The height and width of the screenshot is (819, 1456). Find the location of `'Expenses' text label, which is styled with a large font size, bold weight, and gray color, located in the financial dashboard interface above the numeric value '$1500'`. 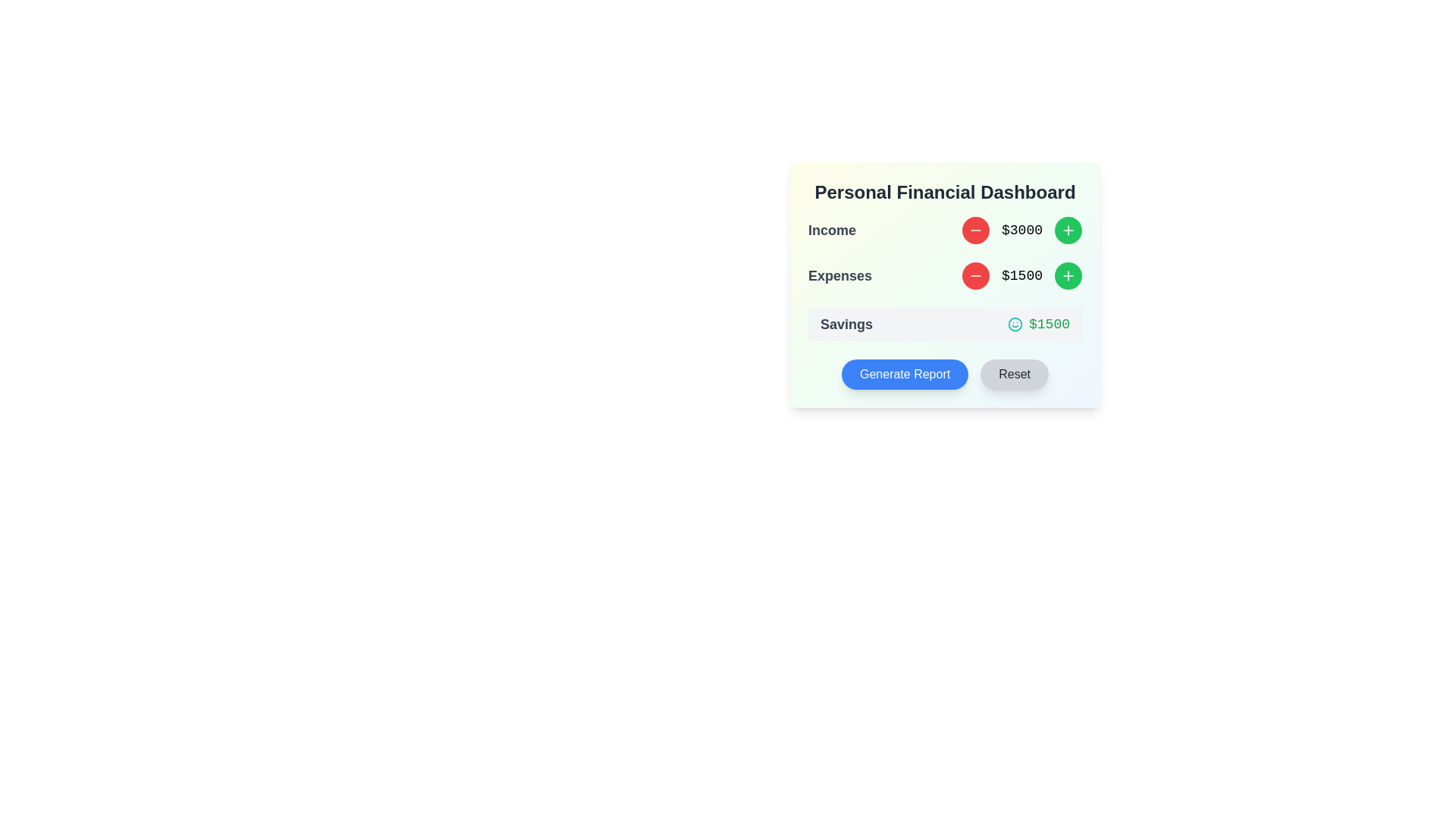

'Expenses' text label, which is styled with a large font size, bold weight, and gray color, located in the financial dashboard interface above the numeric value '$1500' is located at coordinates (839, 275).